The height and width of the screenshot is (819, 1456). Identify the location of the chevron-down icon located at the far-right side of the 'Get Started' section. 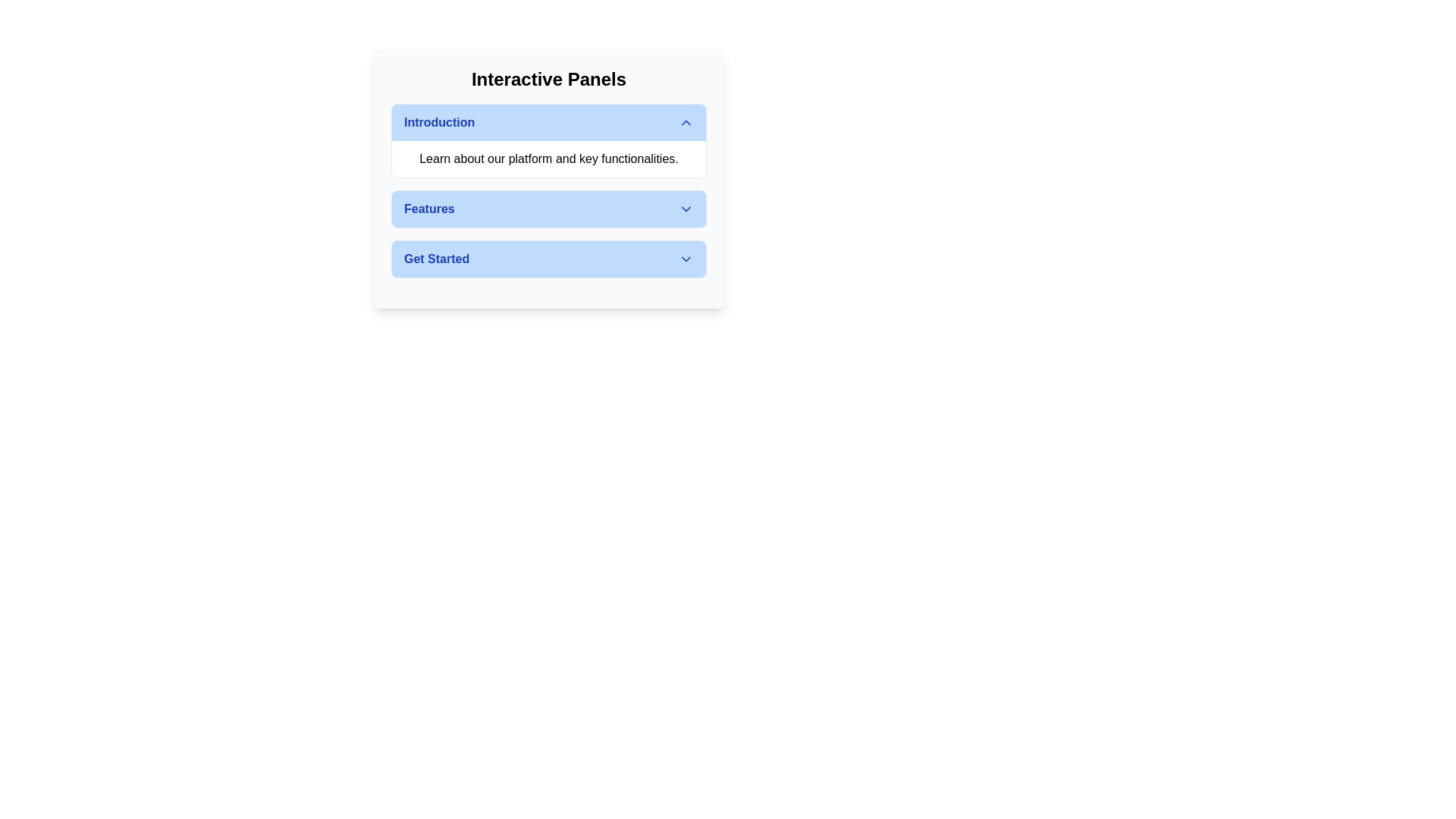
(686, 259).